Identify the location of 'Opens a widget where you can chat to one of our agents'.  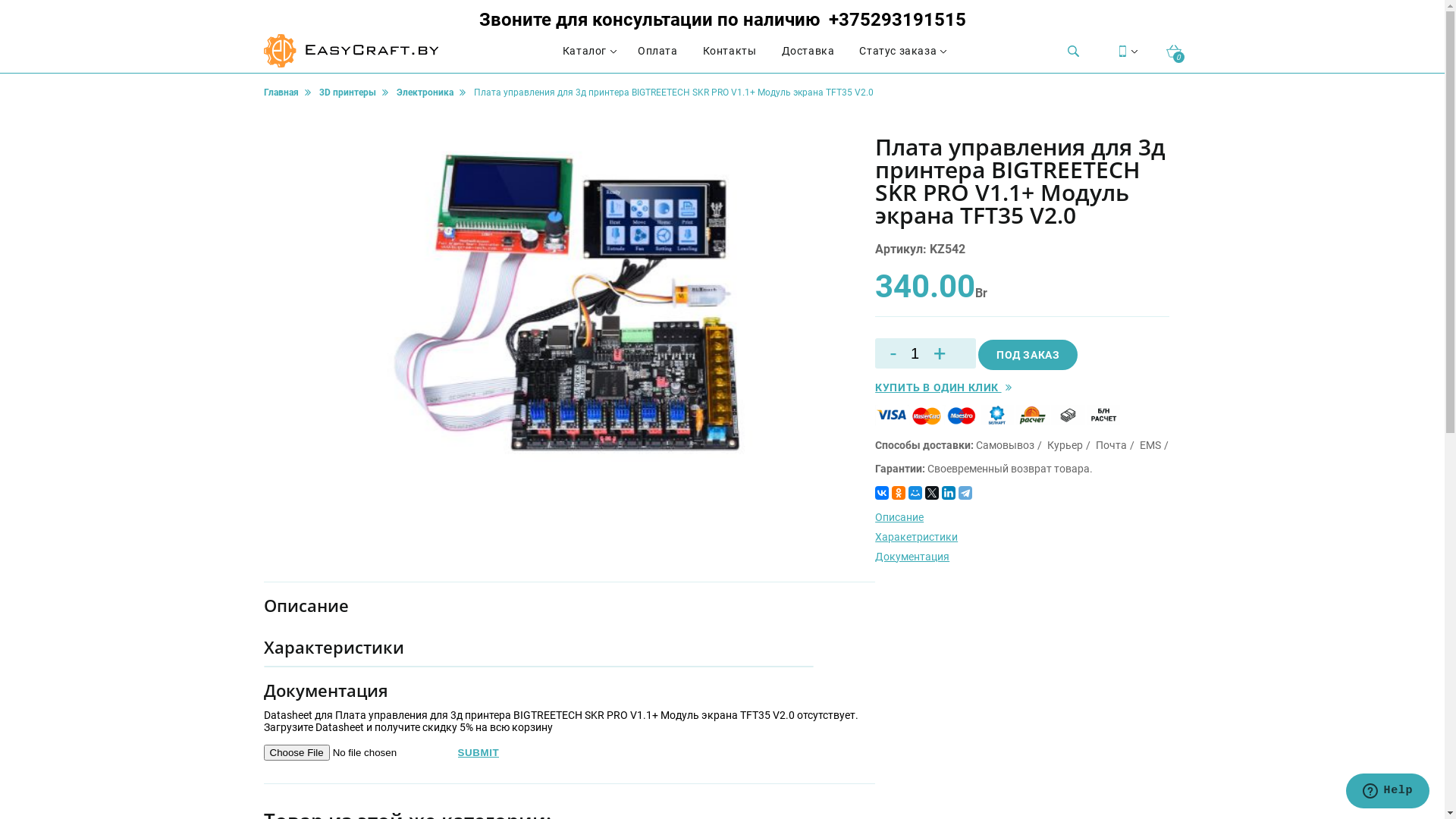
(1387, 792).